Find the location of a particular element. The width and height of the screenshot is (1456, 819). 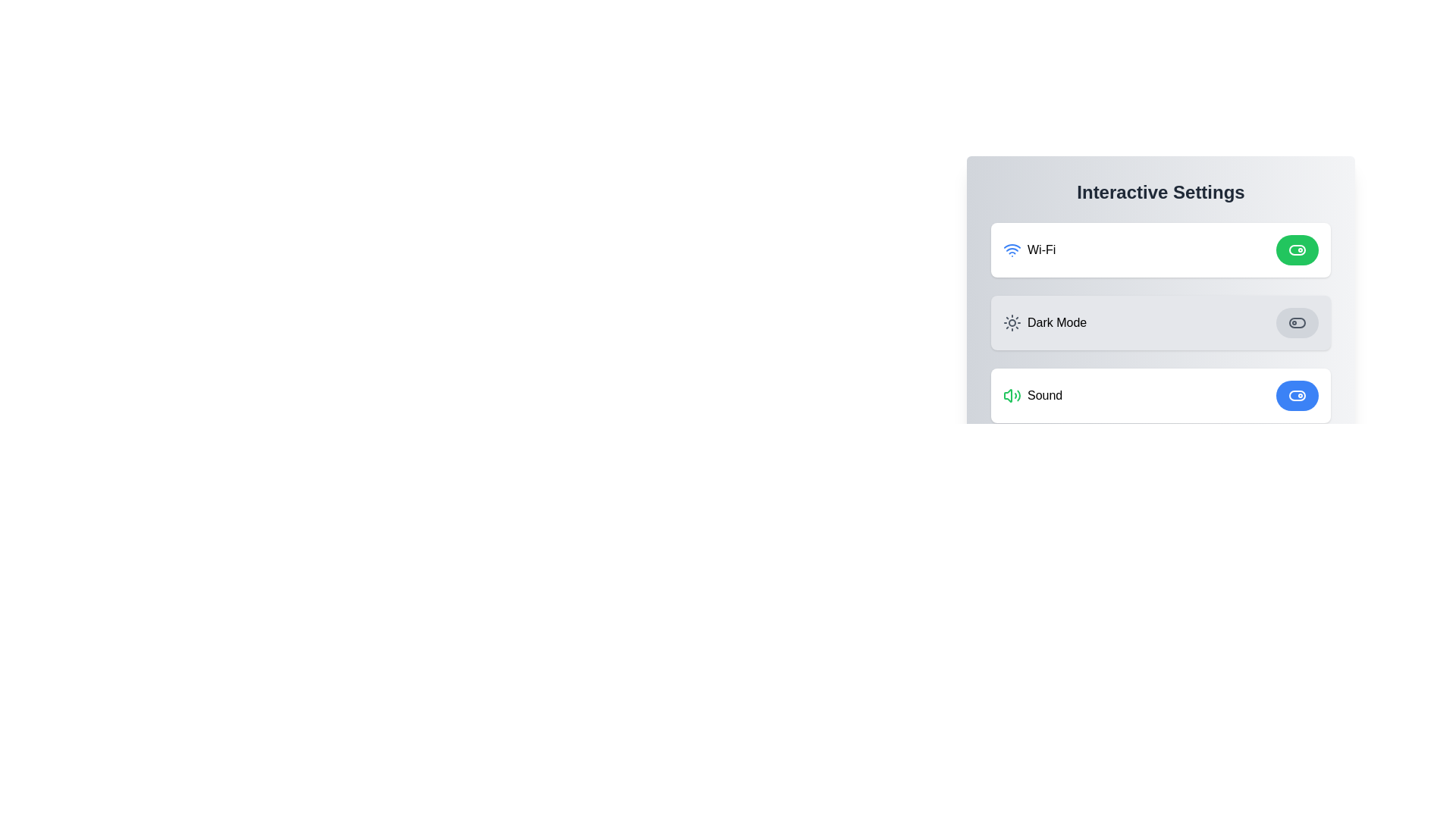

the 'Dark Mode' interactive toggle option in the card interface is located at coordinates (1160, 322).